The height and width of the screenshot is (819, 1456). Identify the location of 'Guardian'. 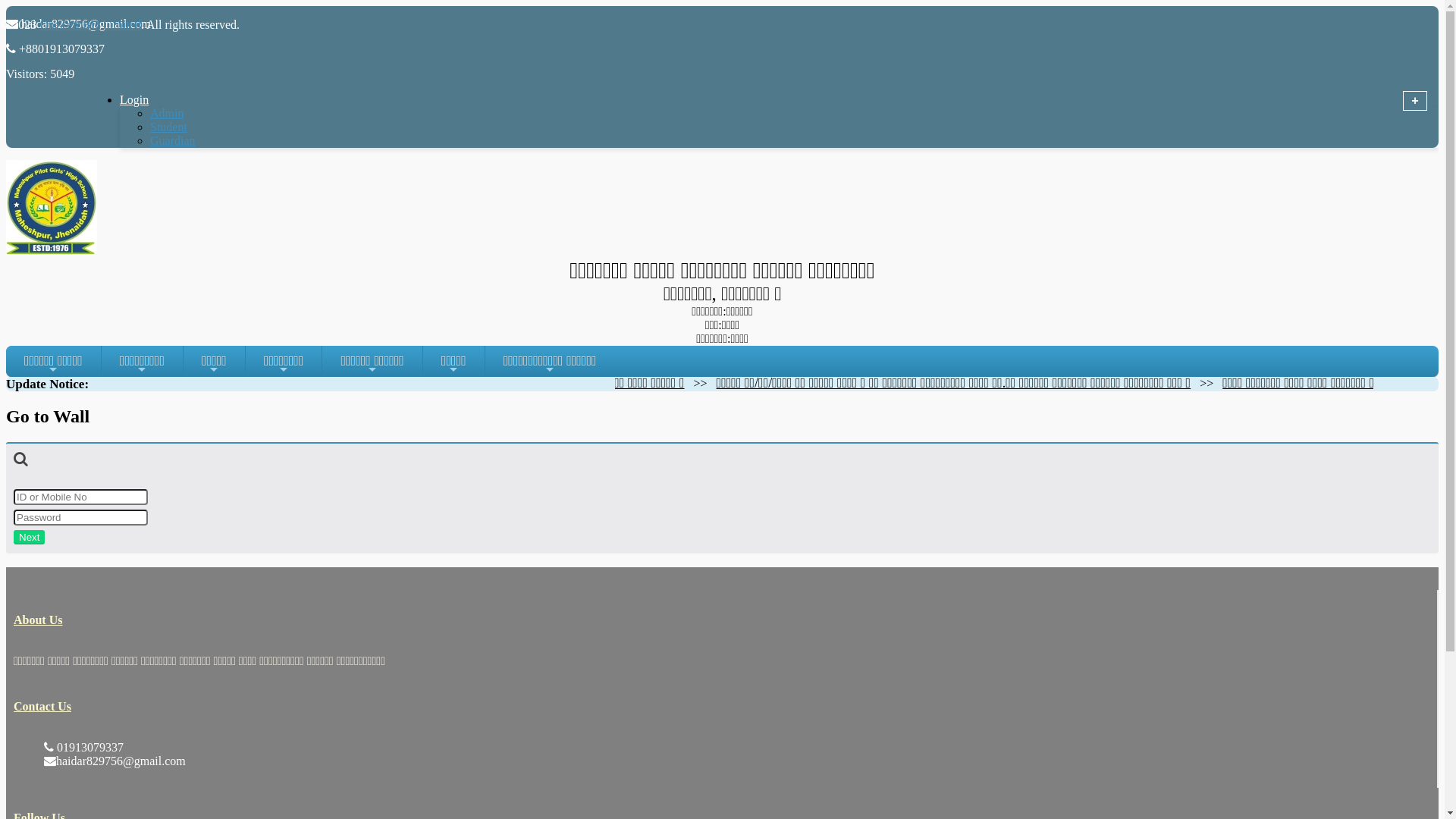
(172, 140).